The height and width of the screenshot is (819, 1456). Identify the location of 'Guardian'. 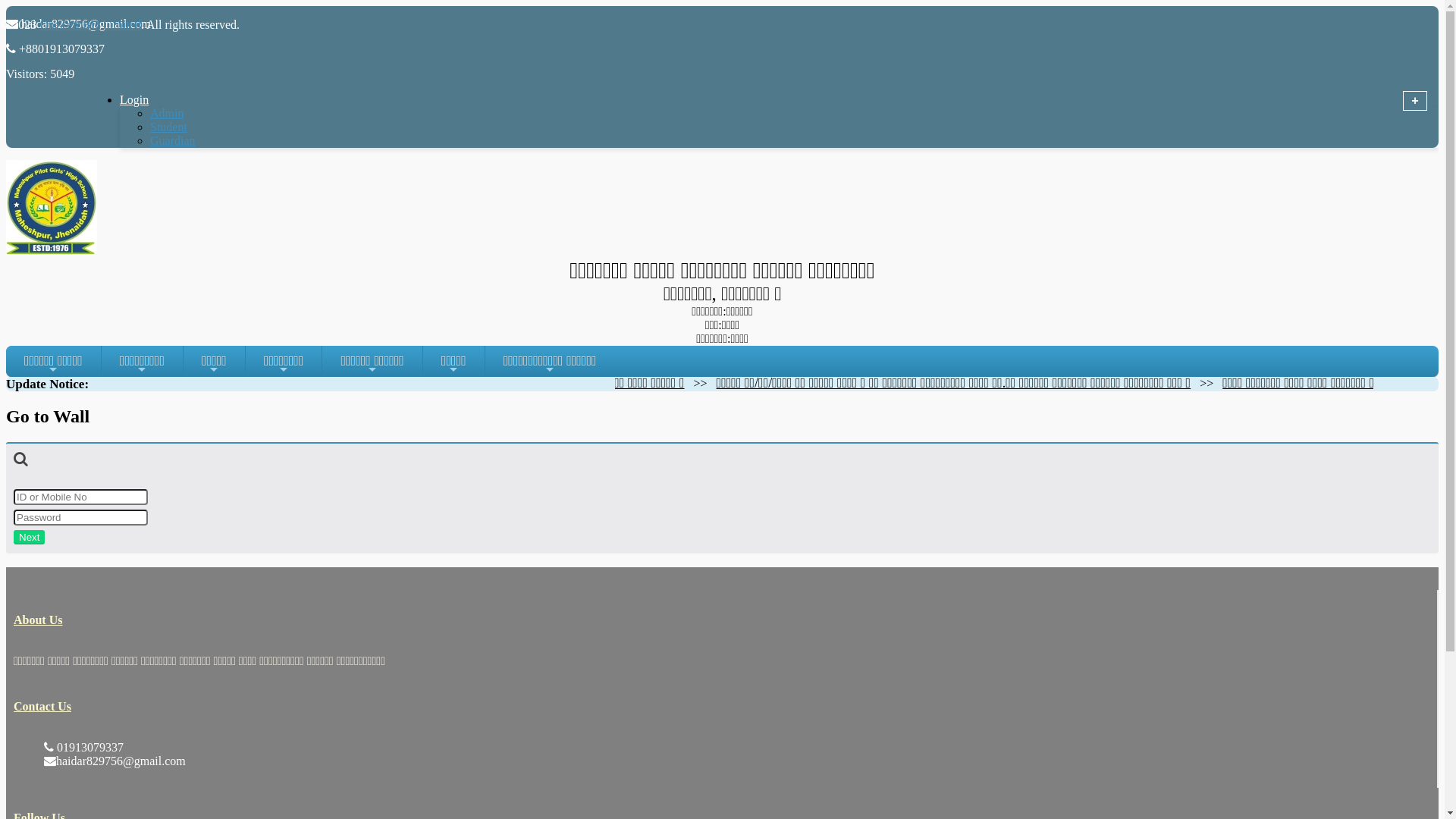
(172, 140).